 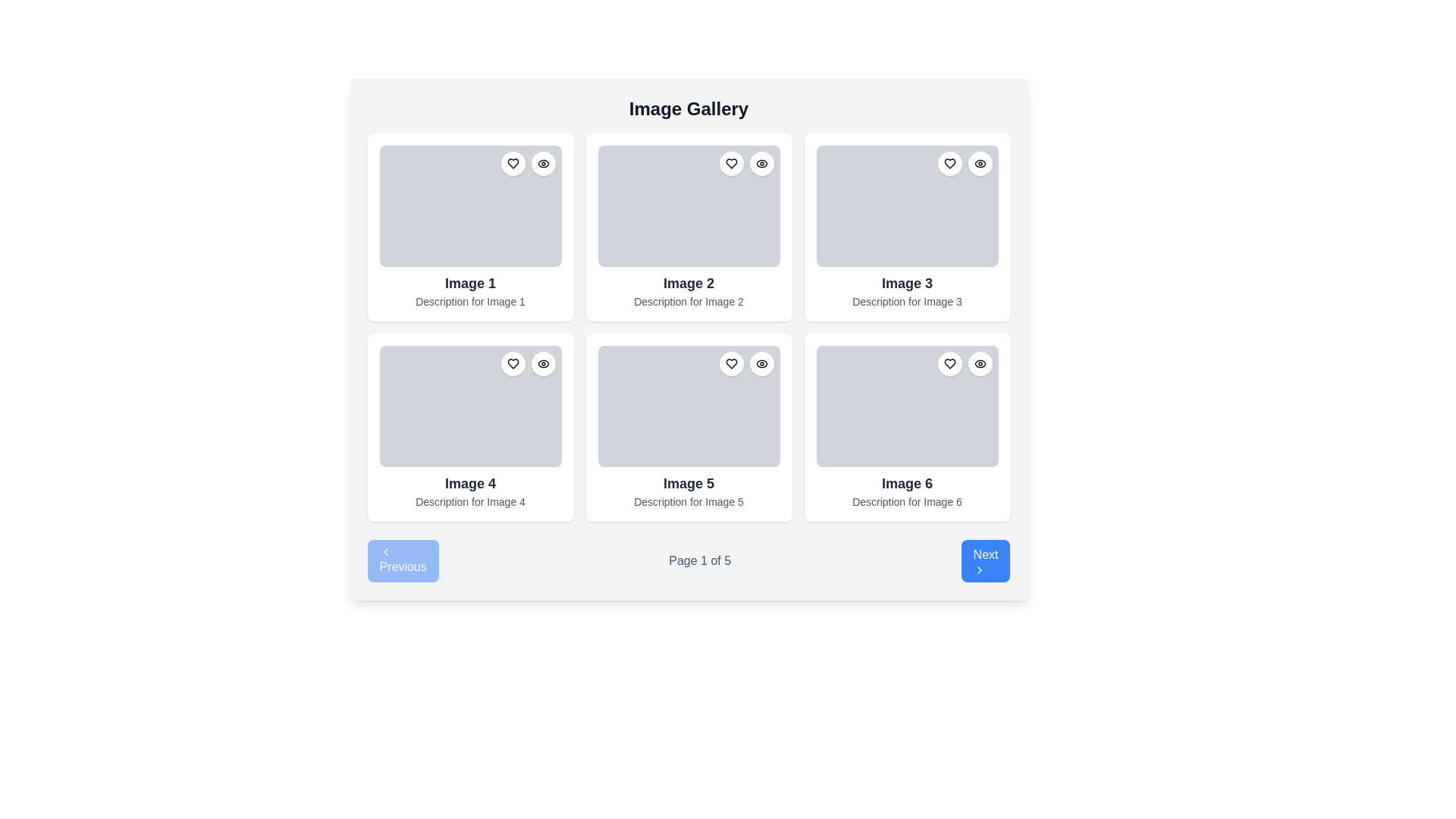 What do you see at coordinates (761, 164) in the screenshot?
I see `the eye-shaped icon button located in the top-right corner of the 'Image 2' tile` at bounding box center [761, 164].